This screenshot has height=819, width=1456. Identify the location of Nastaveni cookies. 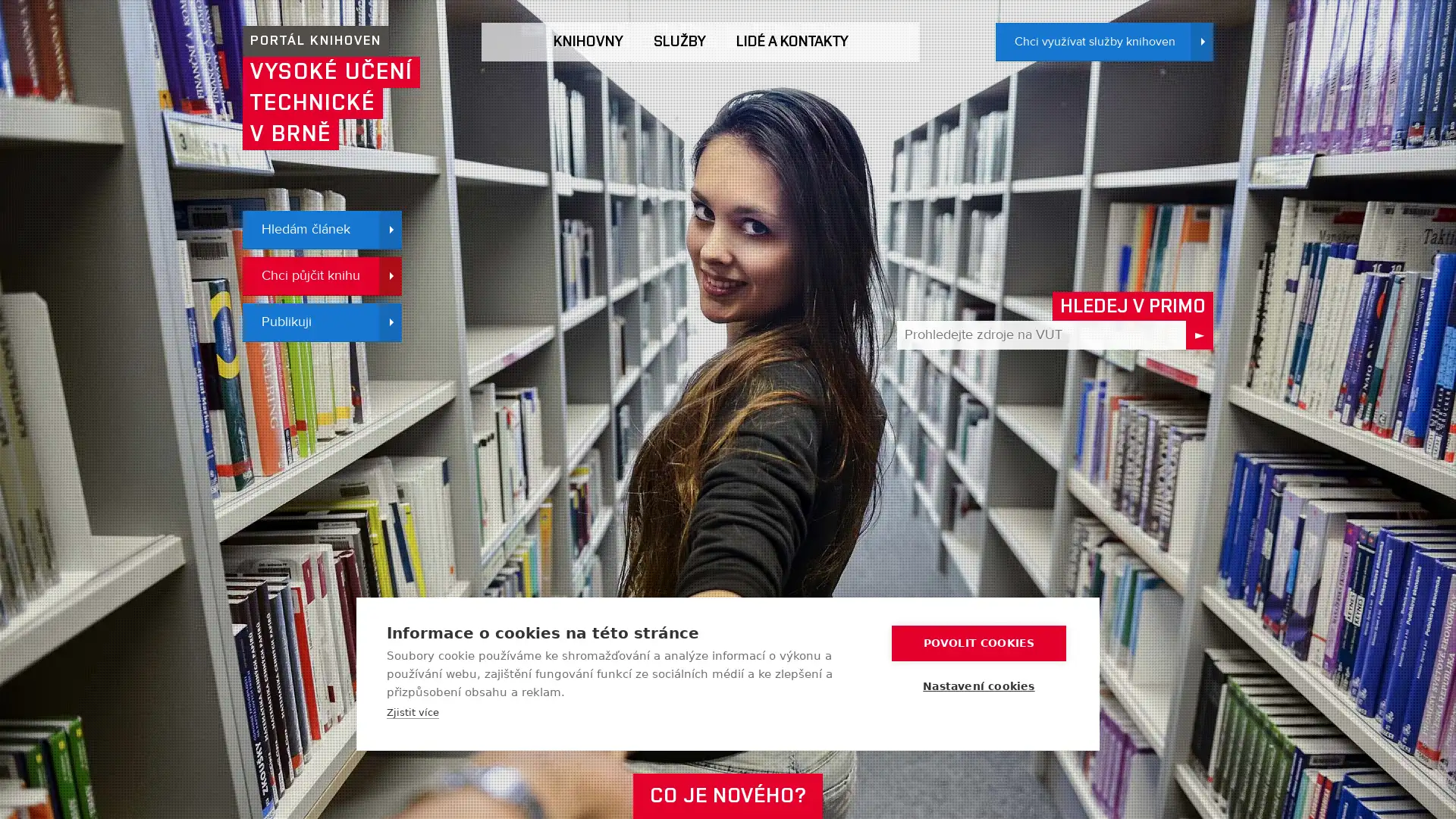
(979, 686).